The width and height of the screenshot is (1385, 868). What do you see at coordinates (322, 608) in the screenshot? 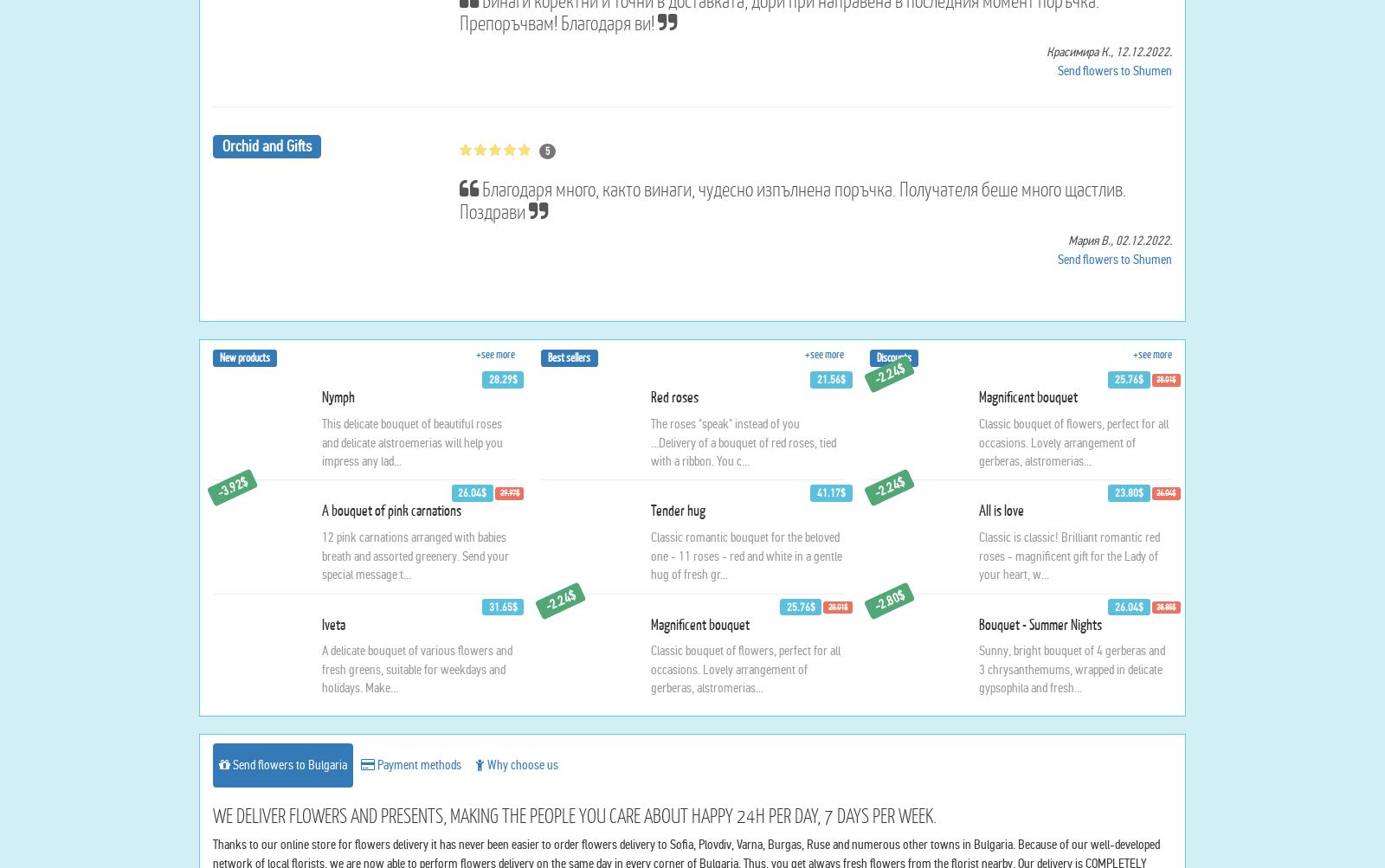
I see `'This delicate bouquet of beautiful roses and delicate alstroemerias will help you impress any lad...'` at bounding box center [322, 608].